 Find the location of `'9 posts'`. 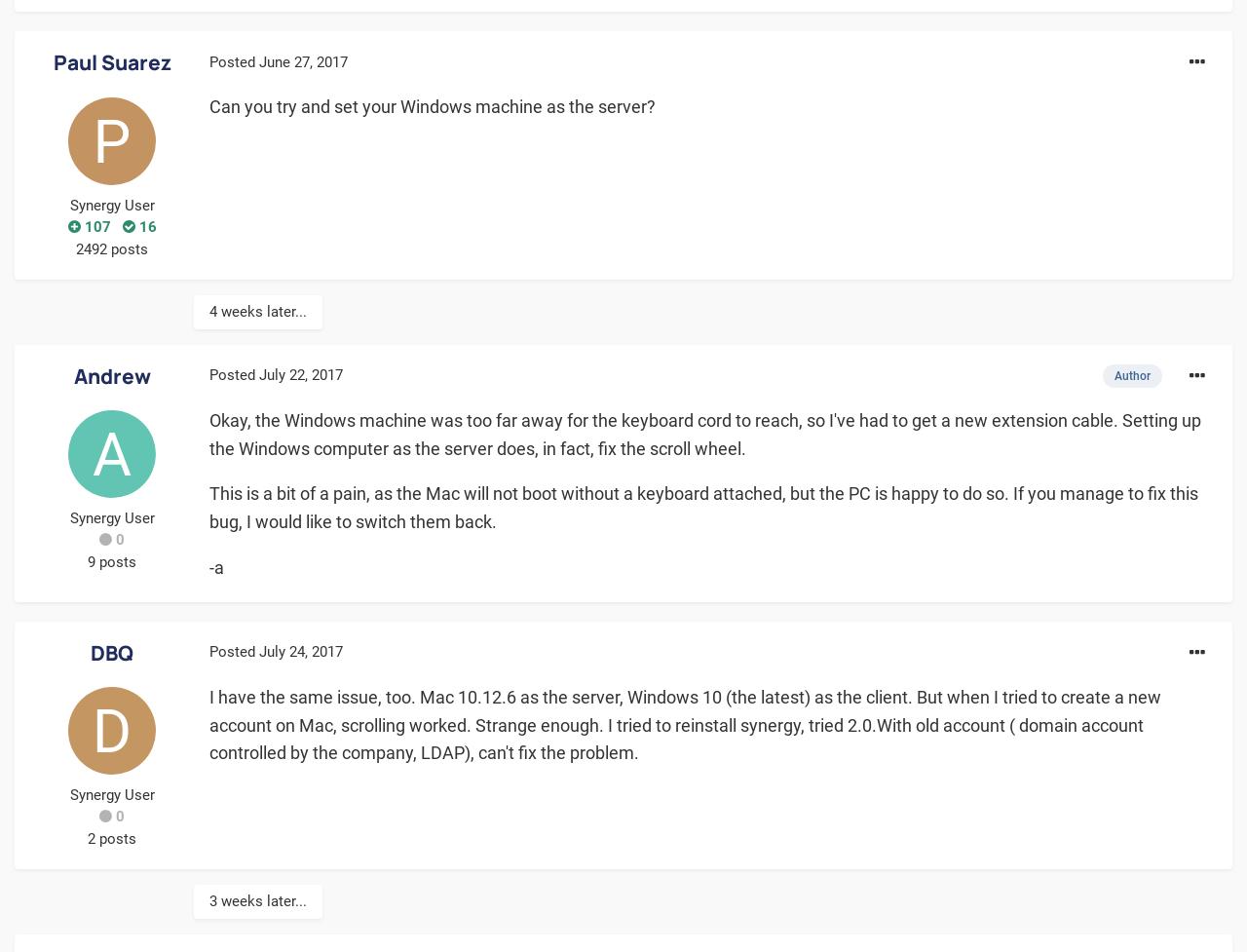

'9 posts' is located at coordinates (110, 560).